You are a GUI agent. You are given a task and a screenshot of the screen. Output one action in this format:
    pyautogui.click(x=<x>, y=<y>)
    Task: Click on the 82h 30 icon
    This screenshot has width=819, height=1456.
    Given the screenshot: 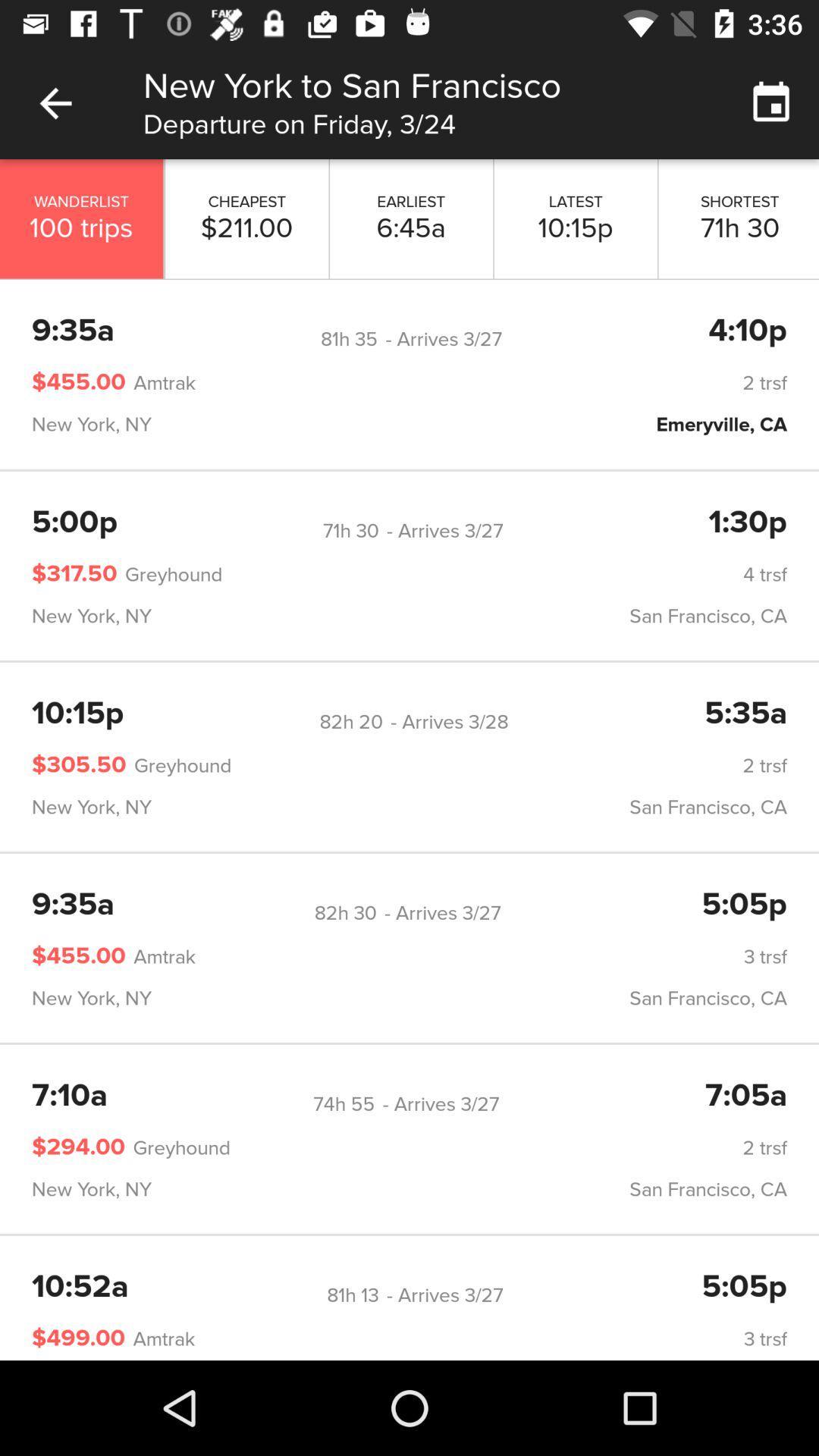 What is the action you would take?
    pyautogui.click(x=345, y=912)
    